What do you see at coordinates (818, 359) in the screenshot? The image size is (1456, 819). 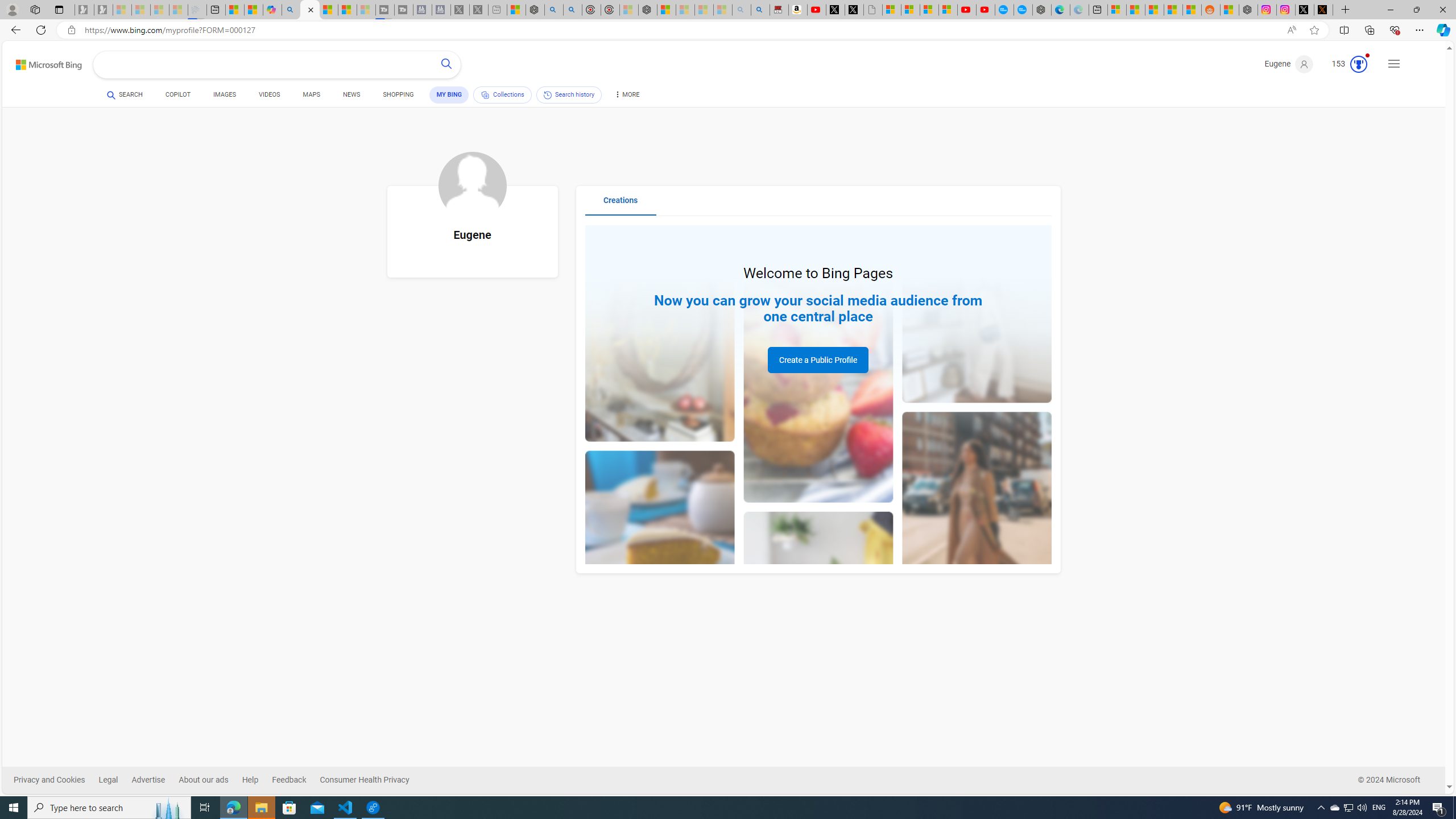 I see `'Create a Public Profile'` at bounding box center [818, 359].